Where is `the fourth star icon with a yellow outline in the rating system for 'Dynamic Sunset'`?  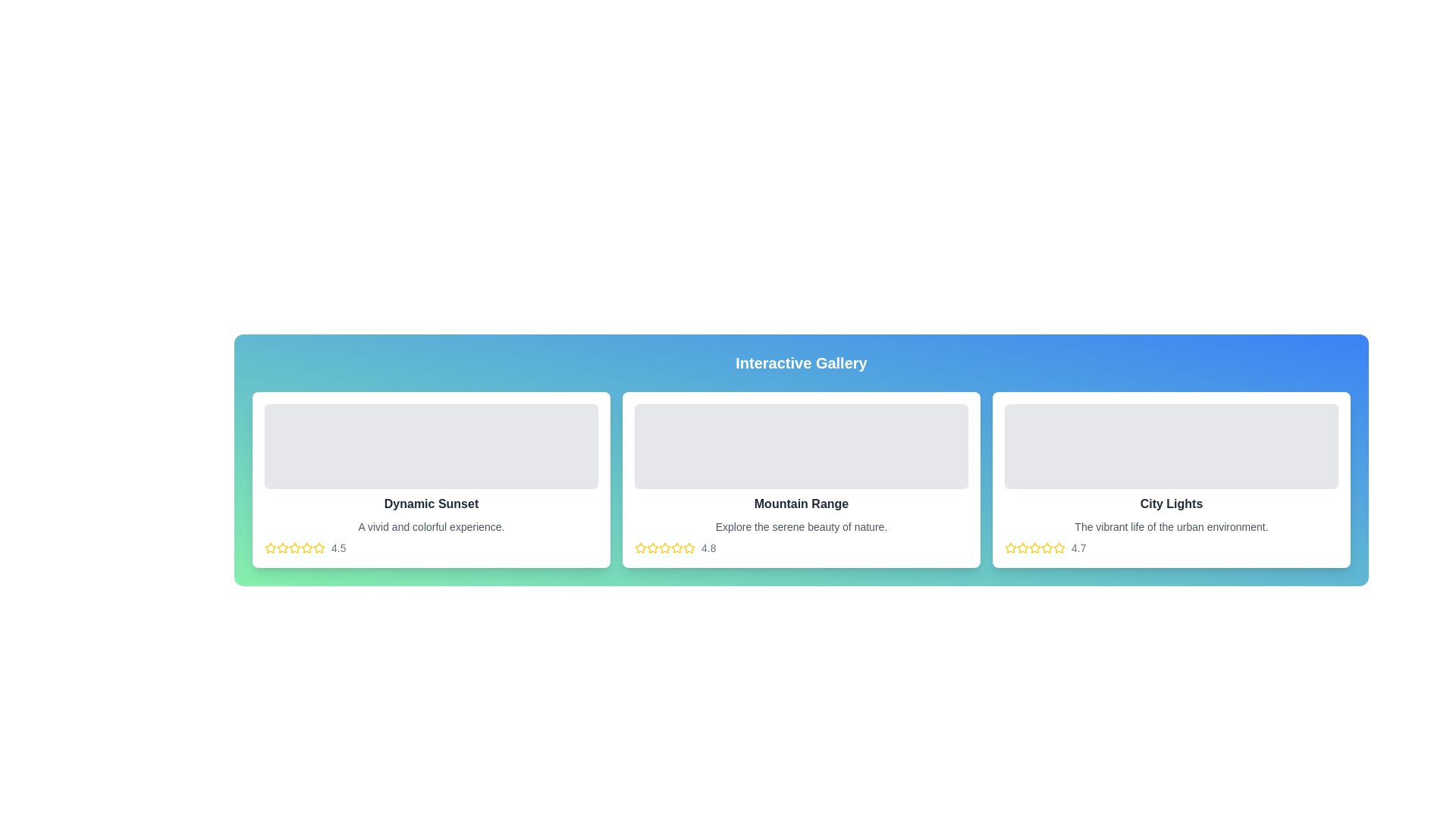
the fourth star icon with a yellow outline in the rating system for 'Dynamic Sunset' is located at coordinates (294, 548).